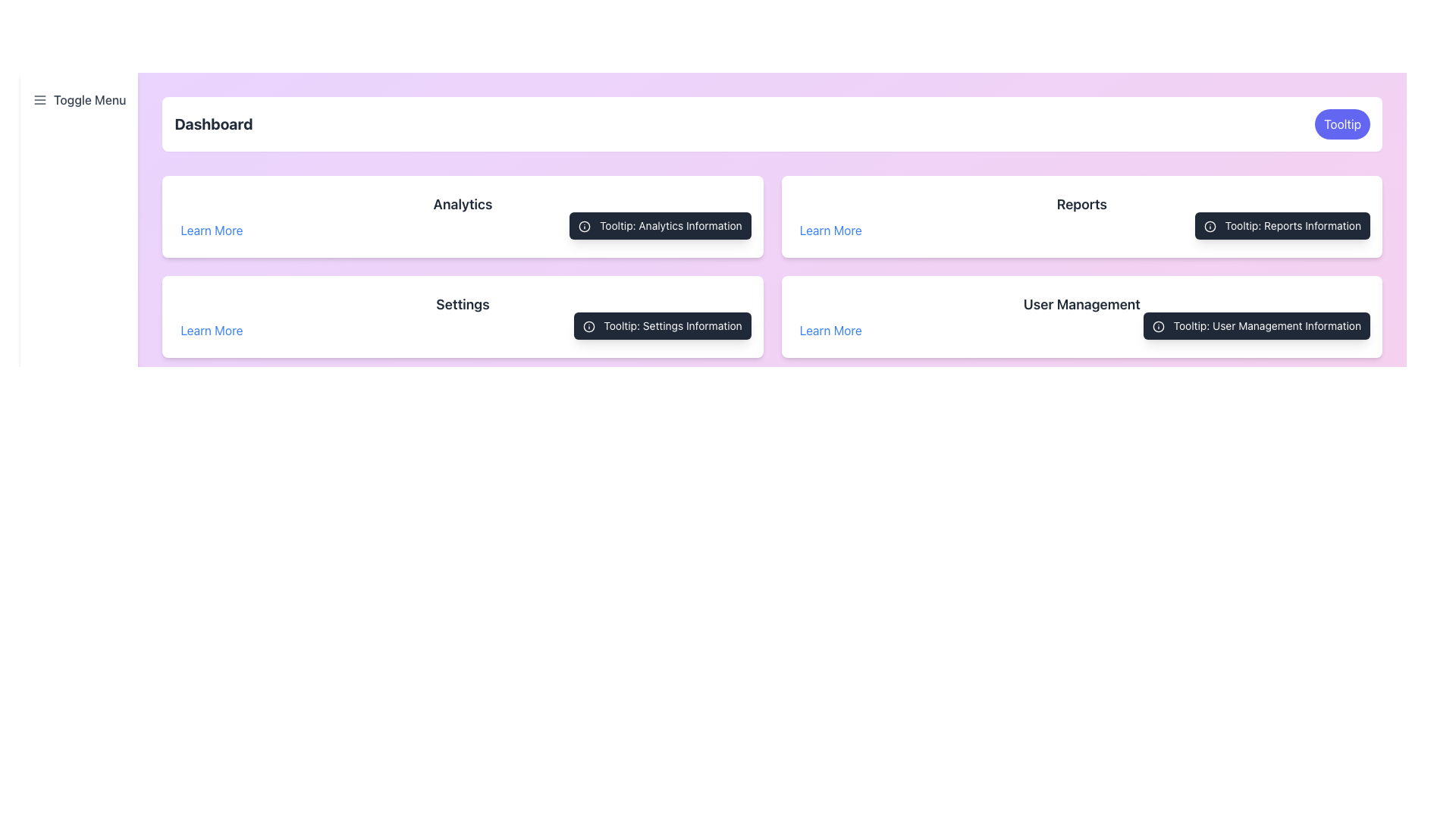 This screenshot has width=1456, height=819. I want to click on the information tooltip icon located to the left of the text 'Tooltip: Settings Information' in the settings section, so click(588, 326).